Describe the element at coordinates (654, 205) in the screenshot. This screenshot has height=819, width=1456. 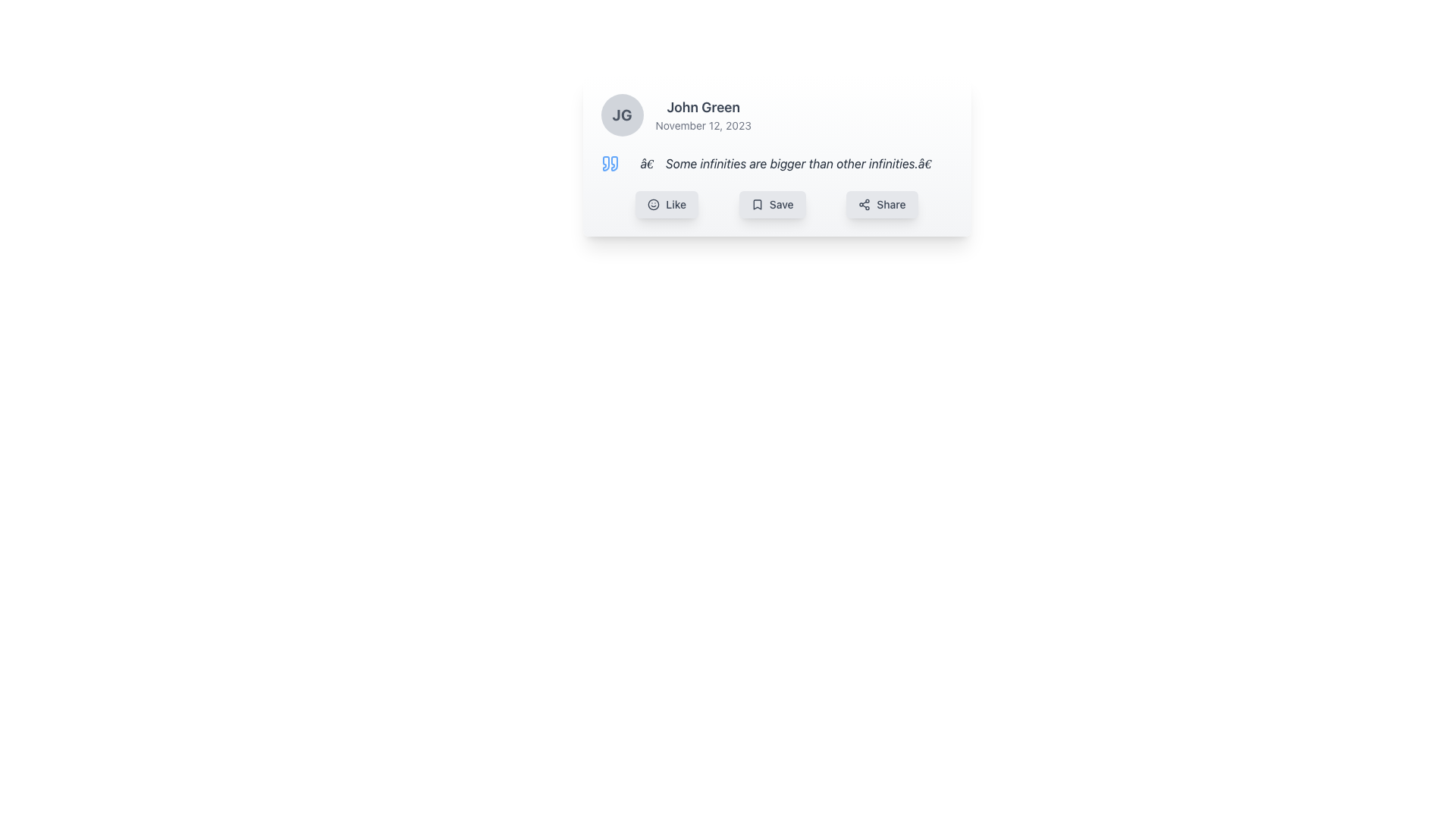
I see `the central circular vector graphic within the smiley face SVG icon, part of the 'Like' button located below the quote in the card` at that location.